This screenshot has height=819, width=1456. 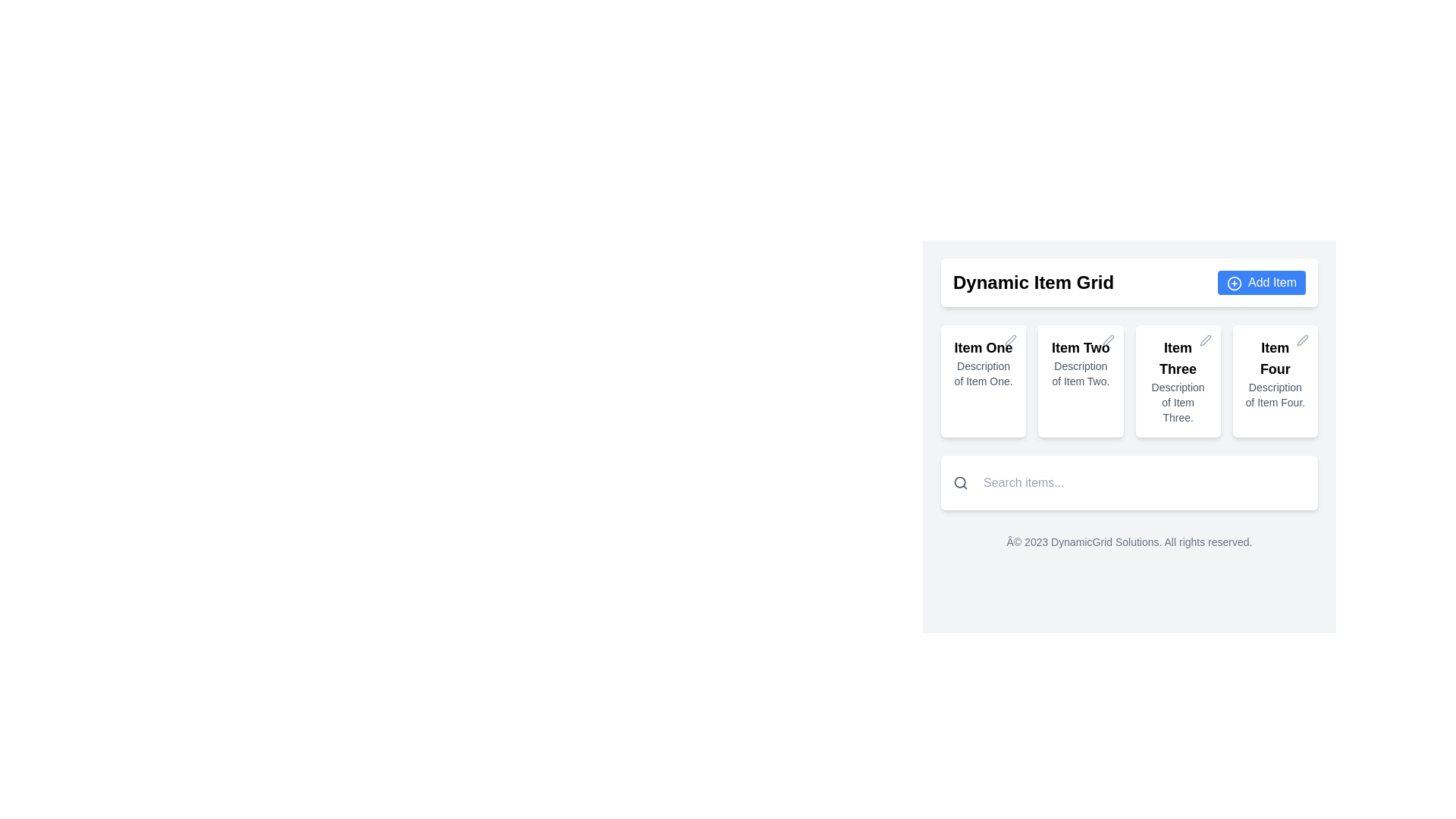 I want to click on the text label stating 'Description of Item Two.' which is located under the title 'Item Two' in the second card of a horizontally aligned grid of four cards, so click(x=1080, y=374).